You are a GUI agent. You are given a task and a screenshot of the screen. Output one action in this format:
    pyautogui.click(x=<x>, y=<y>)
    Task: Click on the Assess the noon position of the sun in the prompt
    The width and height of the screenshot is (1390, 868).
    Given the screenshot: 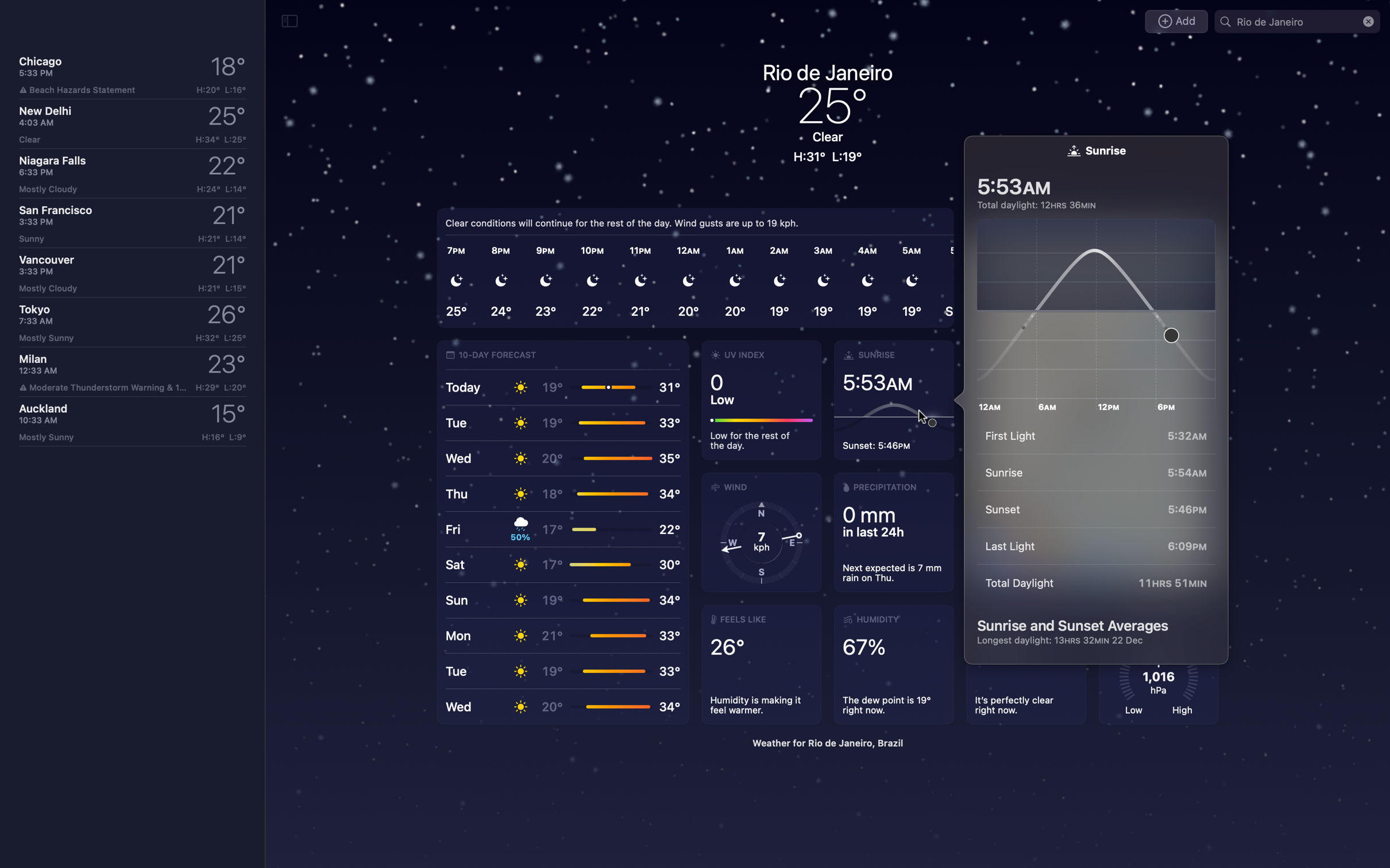 What is the action you would take?
    pyautogui.click(x=1101, y=309)
    